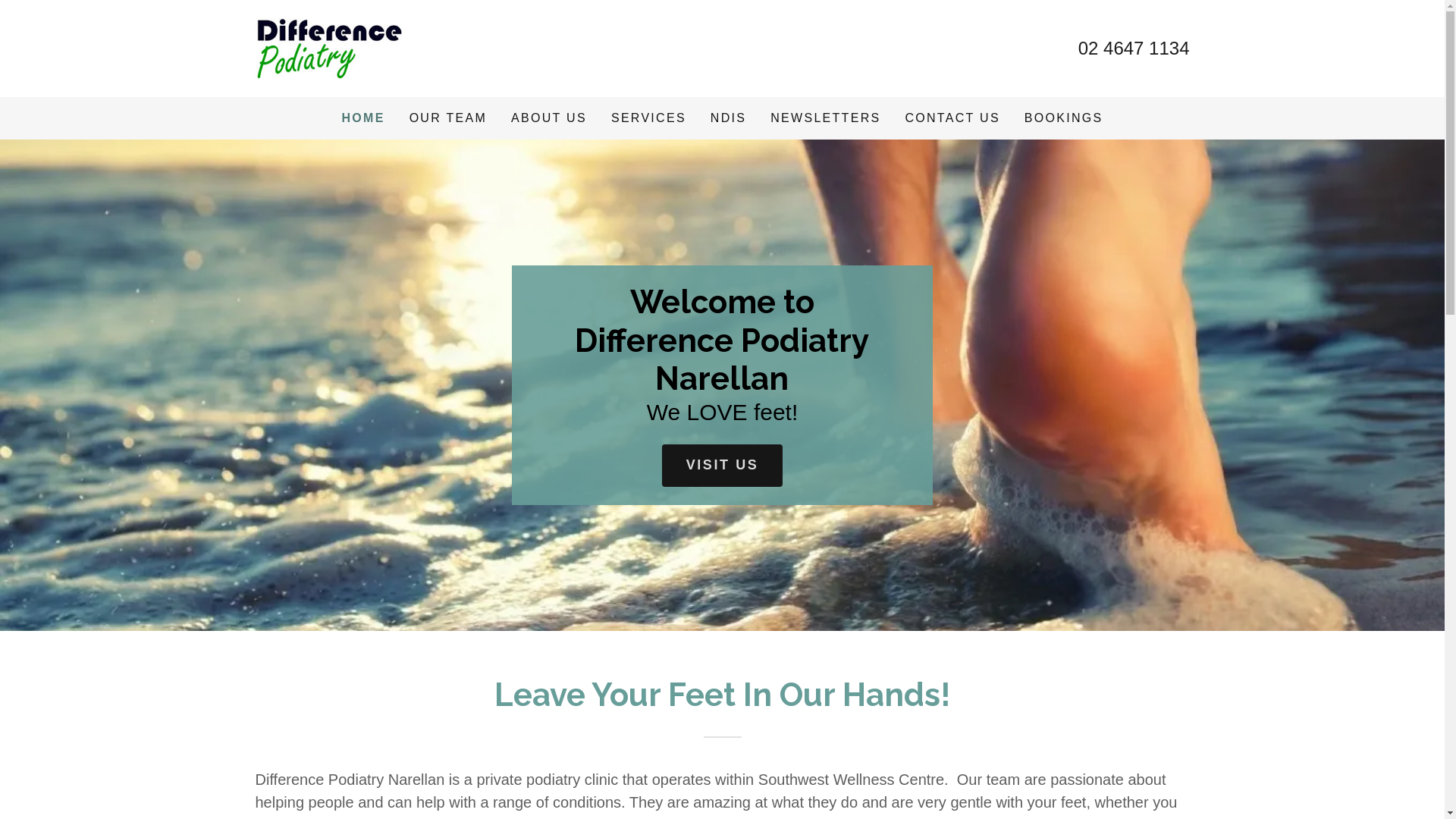 The height and width of the screenshot is (819, 1456). I want to click on '02 4647 1134', so click(1134, 47).